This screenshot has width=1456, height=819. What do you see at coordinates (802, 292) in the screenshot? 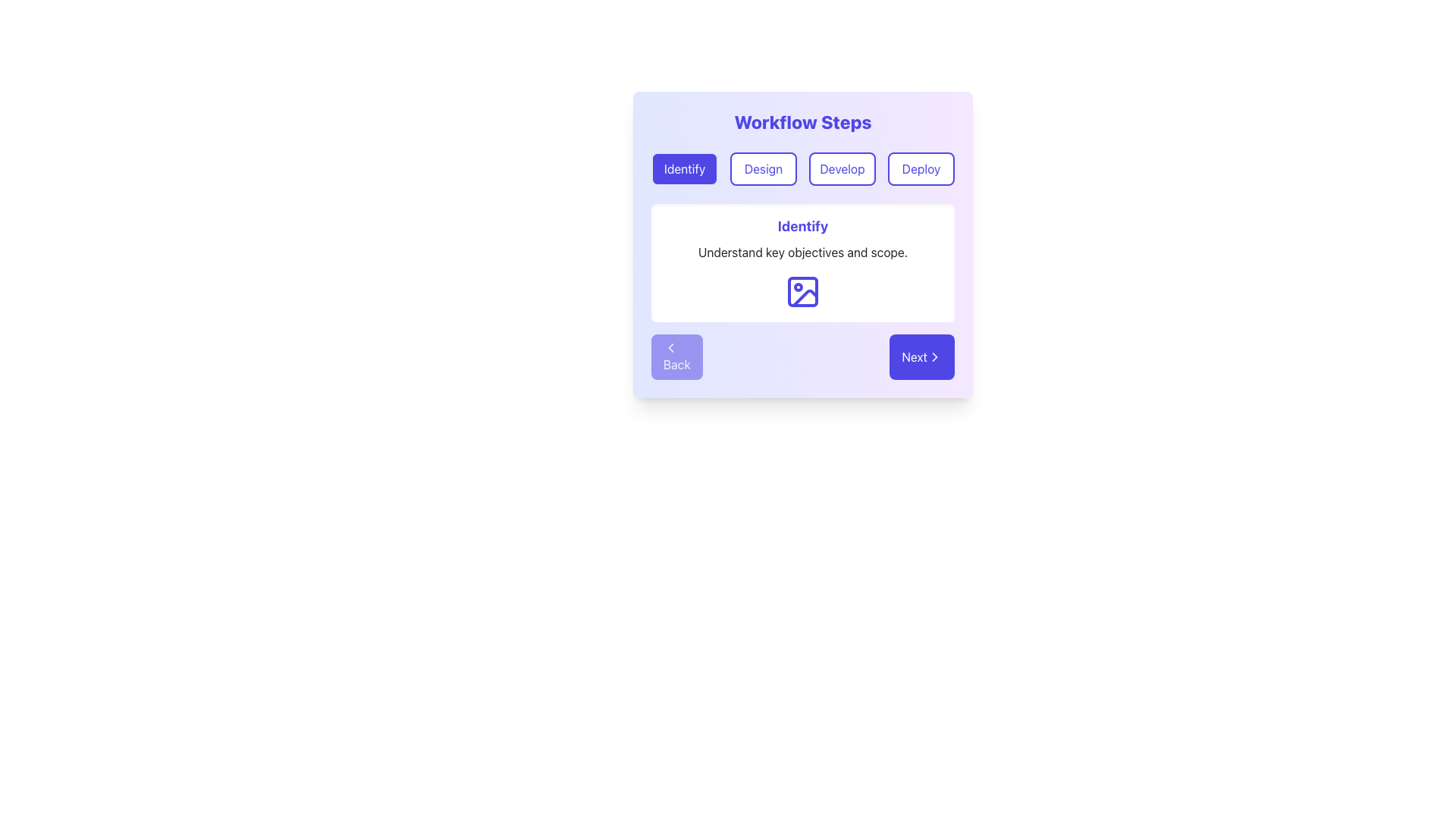
I see `the icon or SVG graphic that symbolizes the 'Identify' section, located below the text block in a white box` at bounding box center [802, 292].